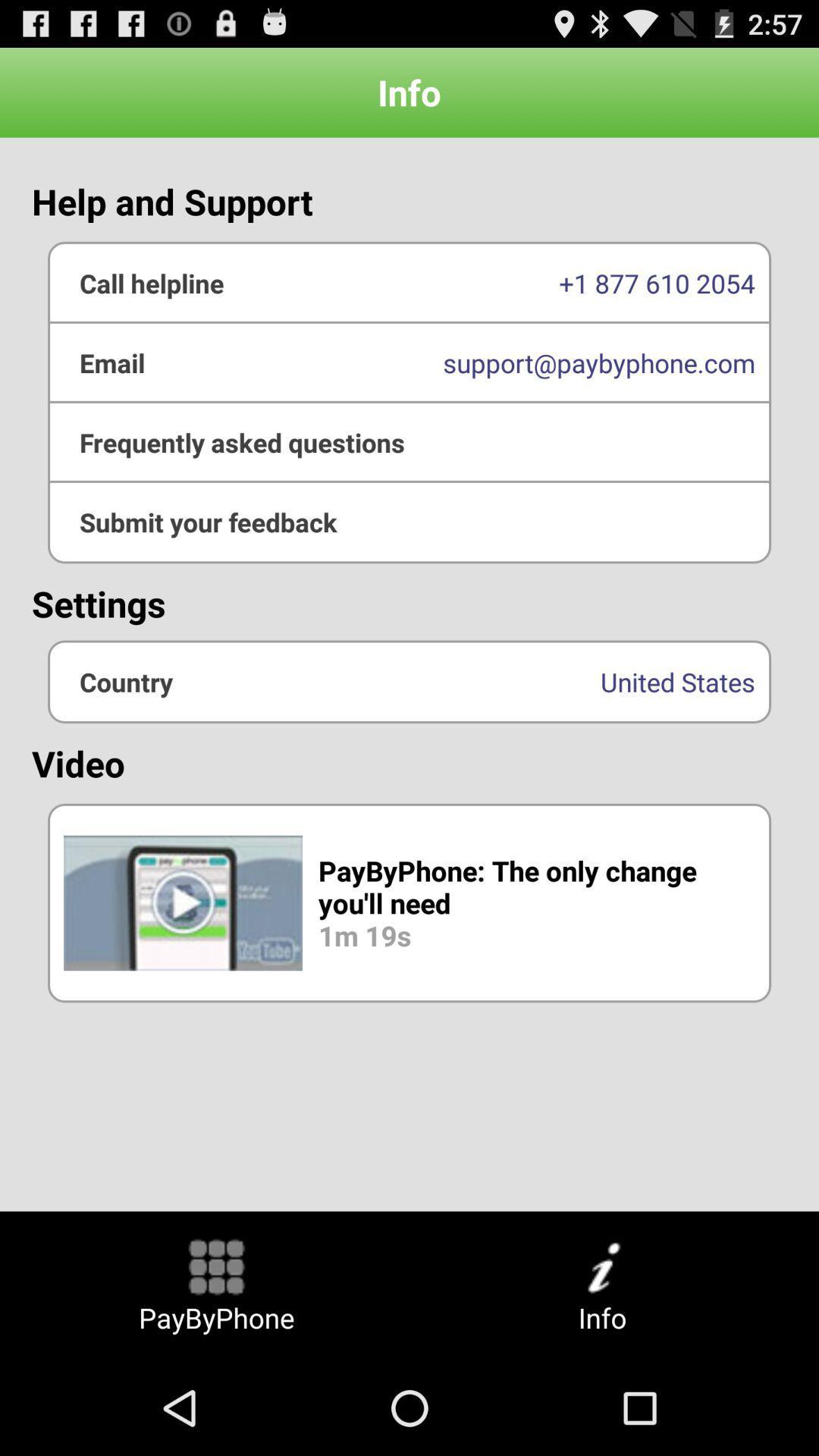  What do you see at coordinates (409, 902) in the screenshot?
I see `the paybyphone the only icon` at bounding box center [409, 902].